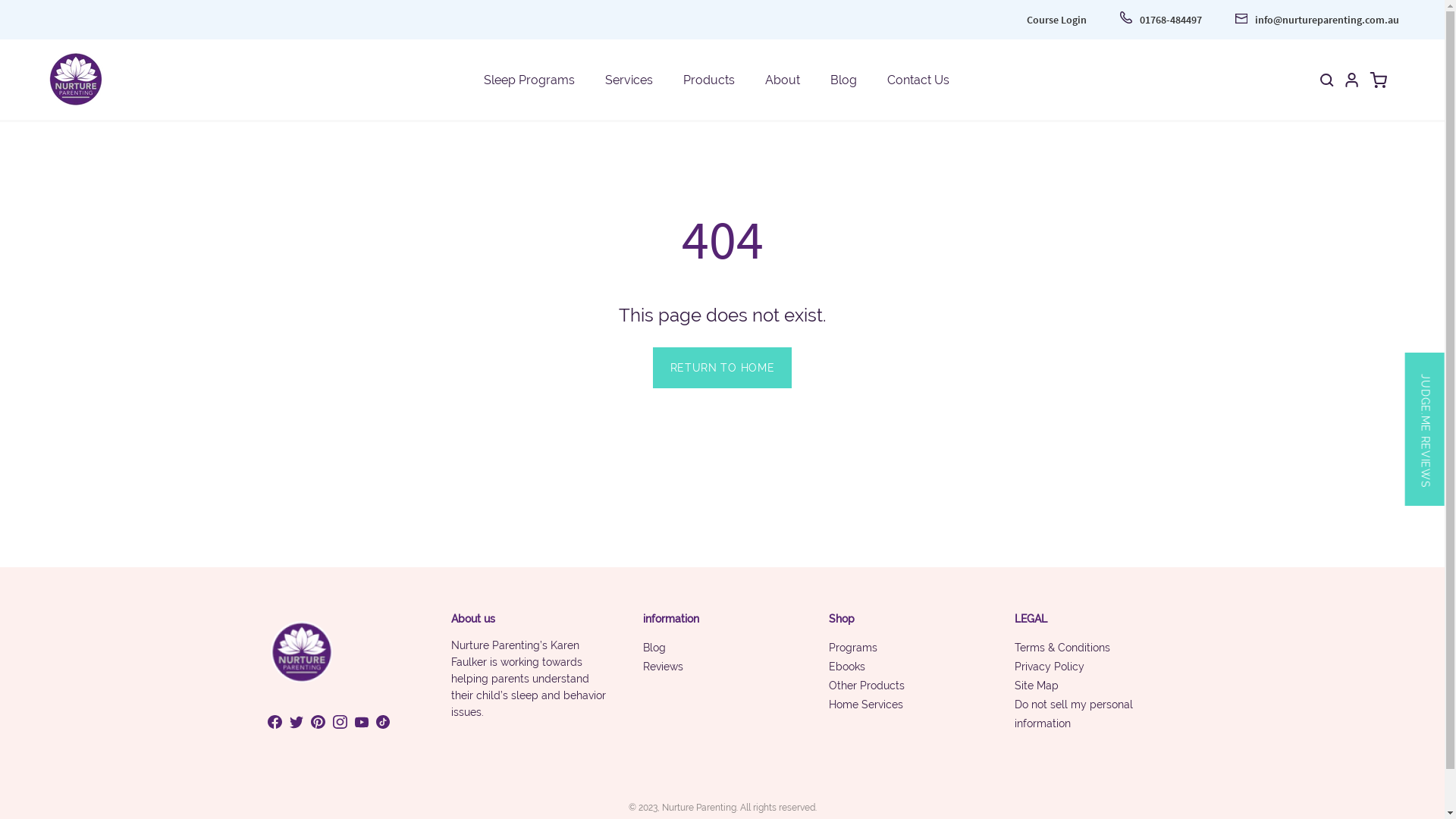 The width and height of the screenshot is (1456, 819). Describe the element at coordinates (843, 79) in the screenshot. I see `'Blog'` at that location.